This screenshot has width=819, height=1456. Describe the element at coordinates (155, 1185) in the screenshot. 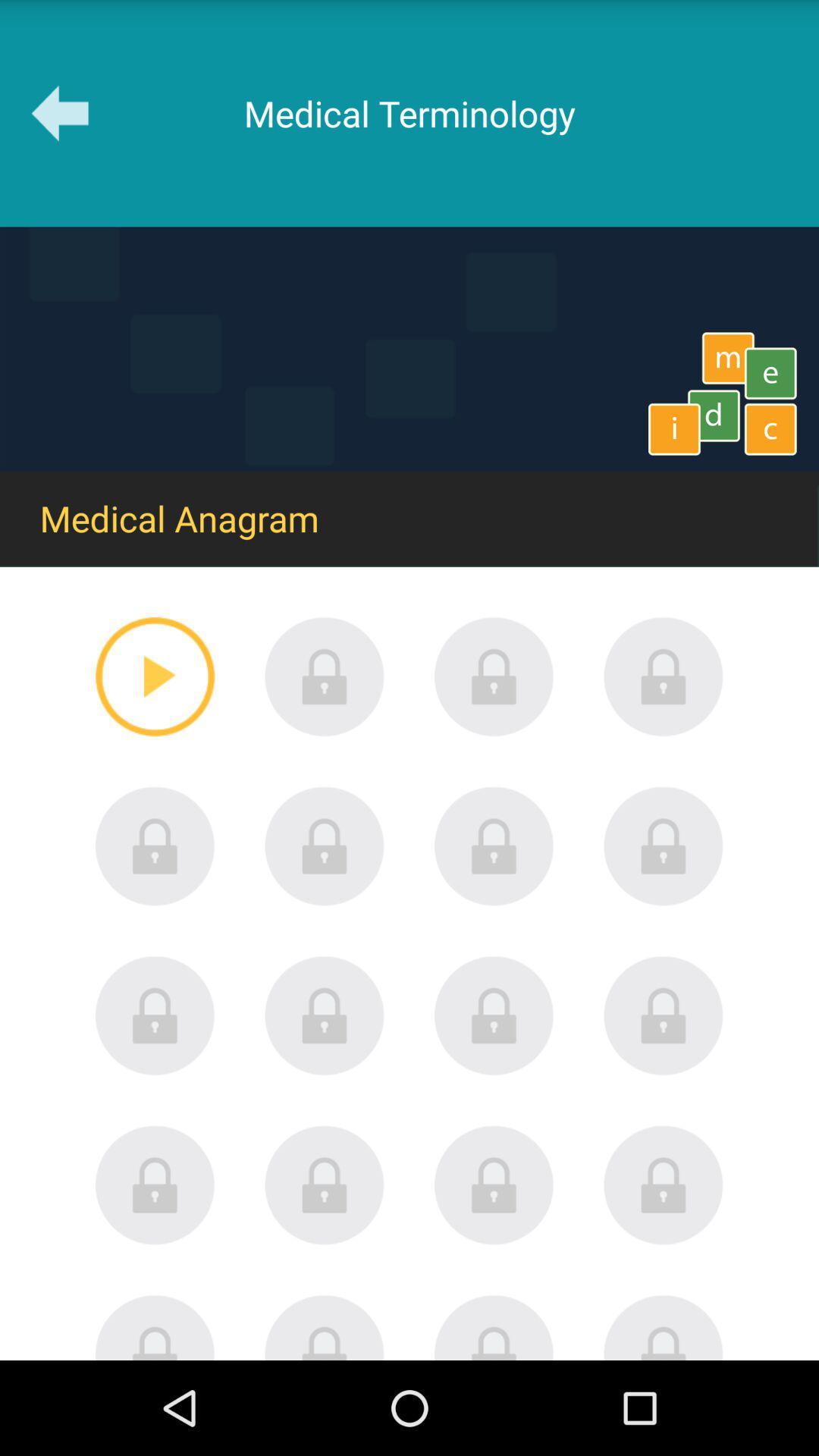

I see `level lock icon` at that location.